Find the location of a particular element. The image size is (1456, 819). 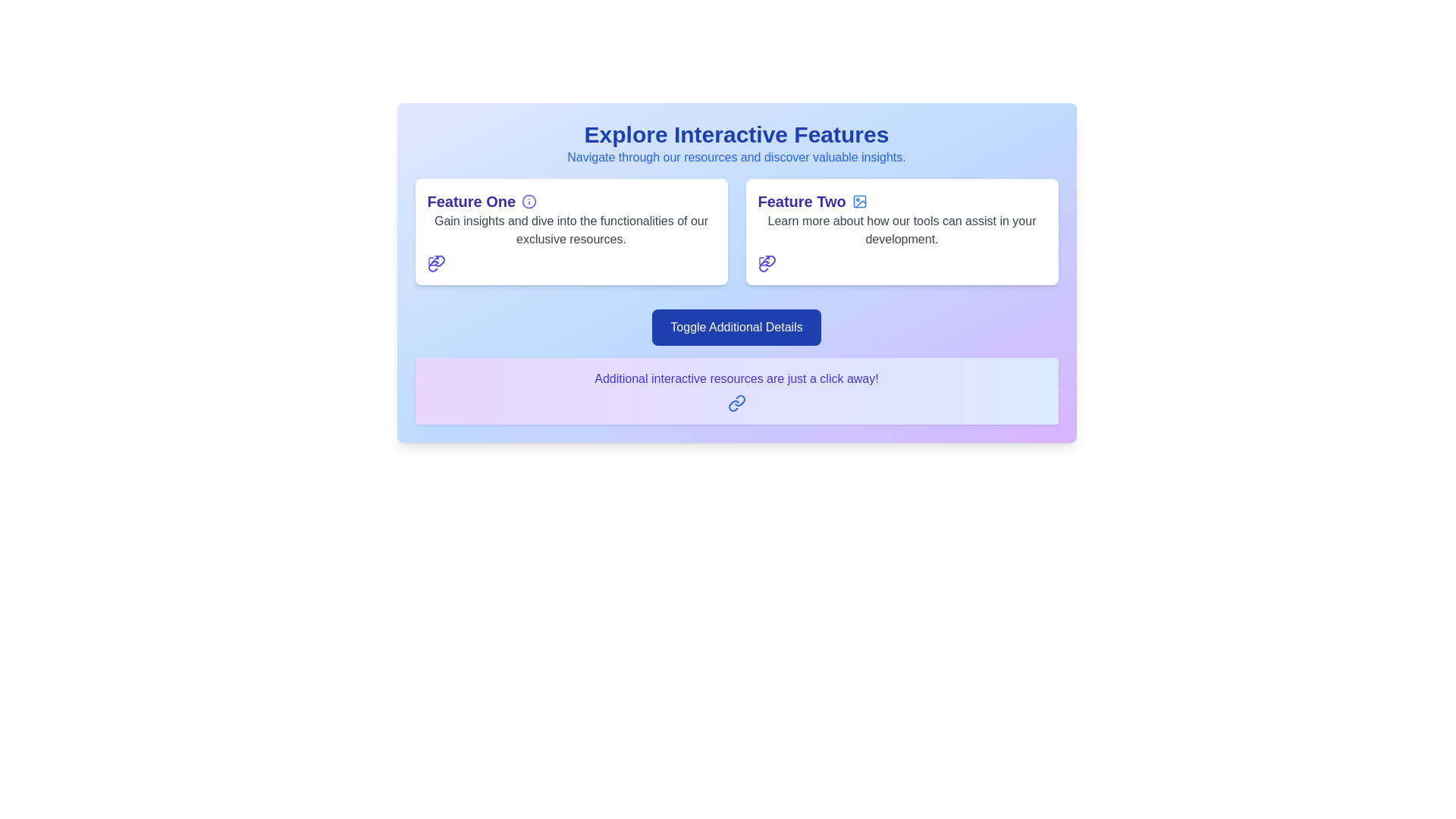

prominently styled header text labeled 'Explore Interactive Features' located at the top of the light-blue section is located at coordinates (736, 133).